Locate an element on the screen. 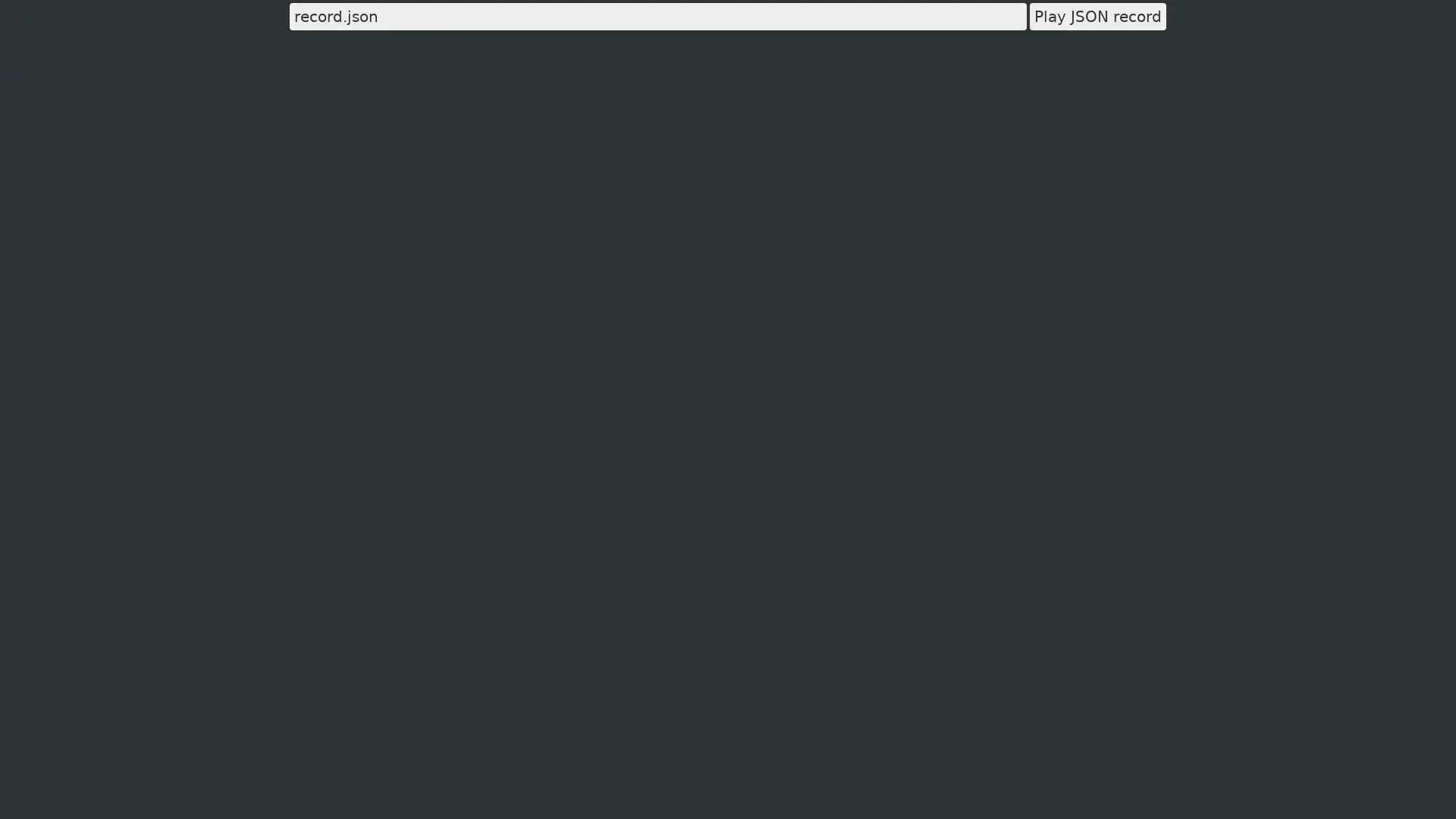 This screenshot has height=819, width=1456. Play JSON record is located at coordinates (1098, 17).